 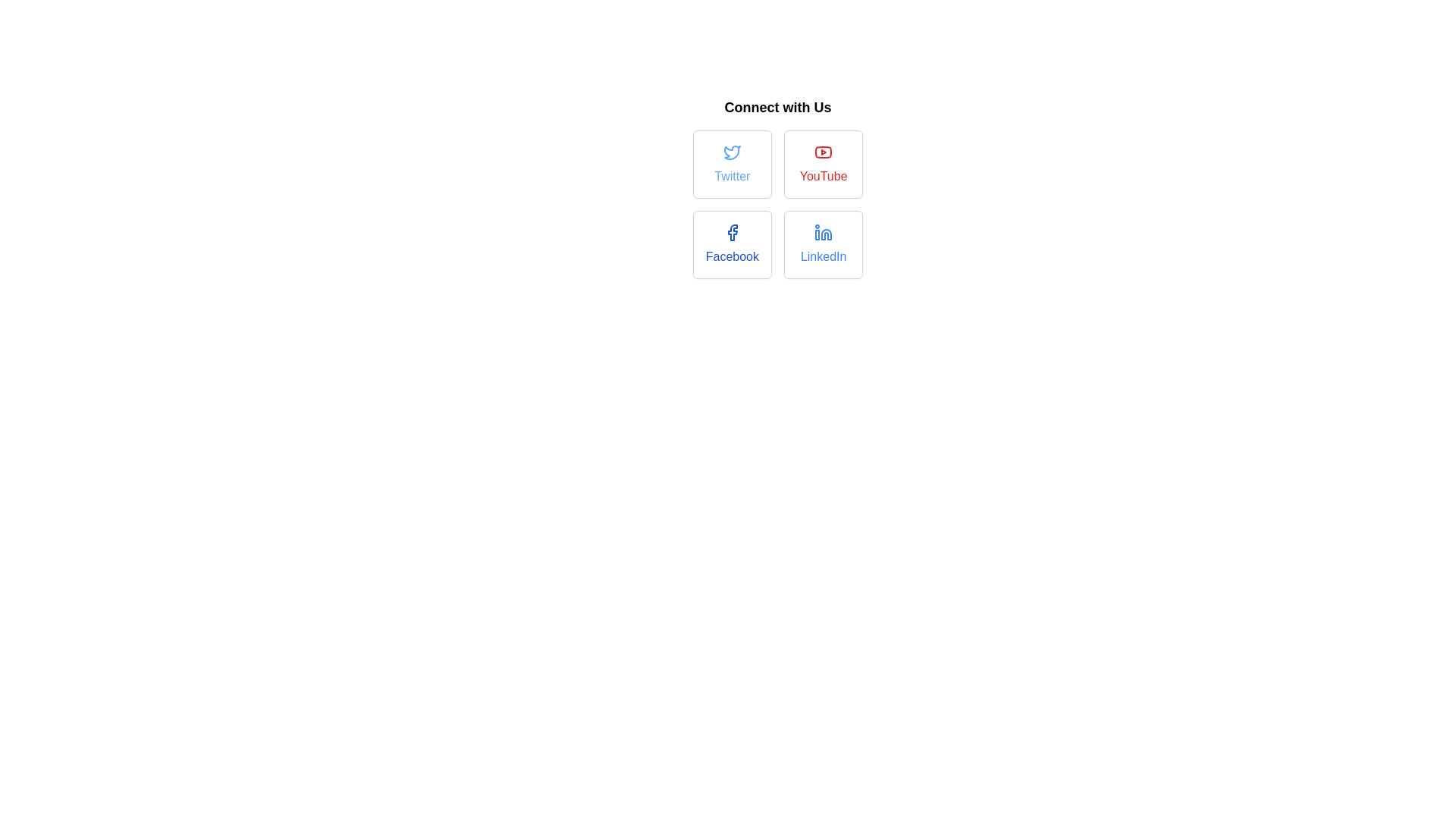 What do you see at coordinates (823, 164) in the screenshot?
I see `the YouTube button, which is the second button in the first row of a 2x2 grid` at bounding box center [823, 164].